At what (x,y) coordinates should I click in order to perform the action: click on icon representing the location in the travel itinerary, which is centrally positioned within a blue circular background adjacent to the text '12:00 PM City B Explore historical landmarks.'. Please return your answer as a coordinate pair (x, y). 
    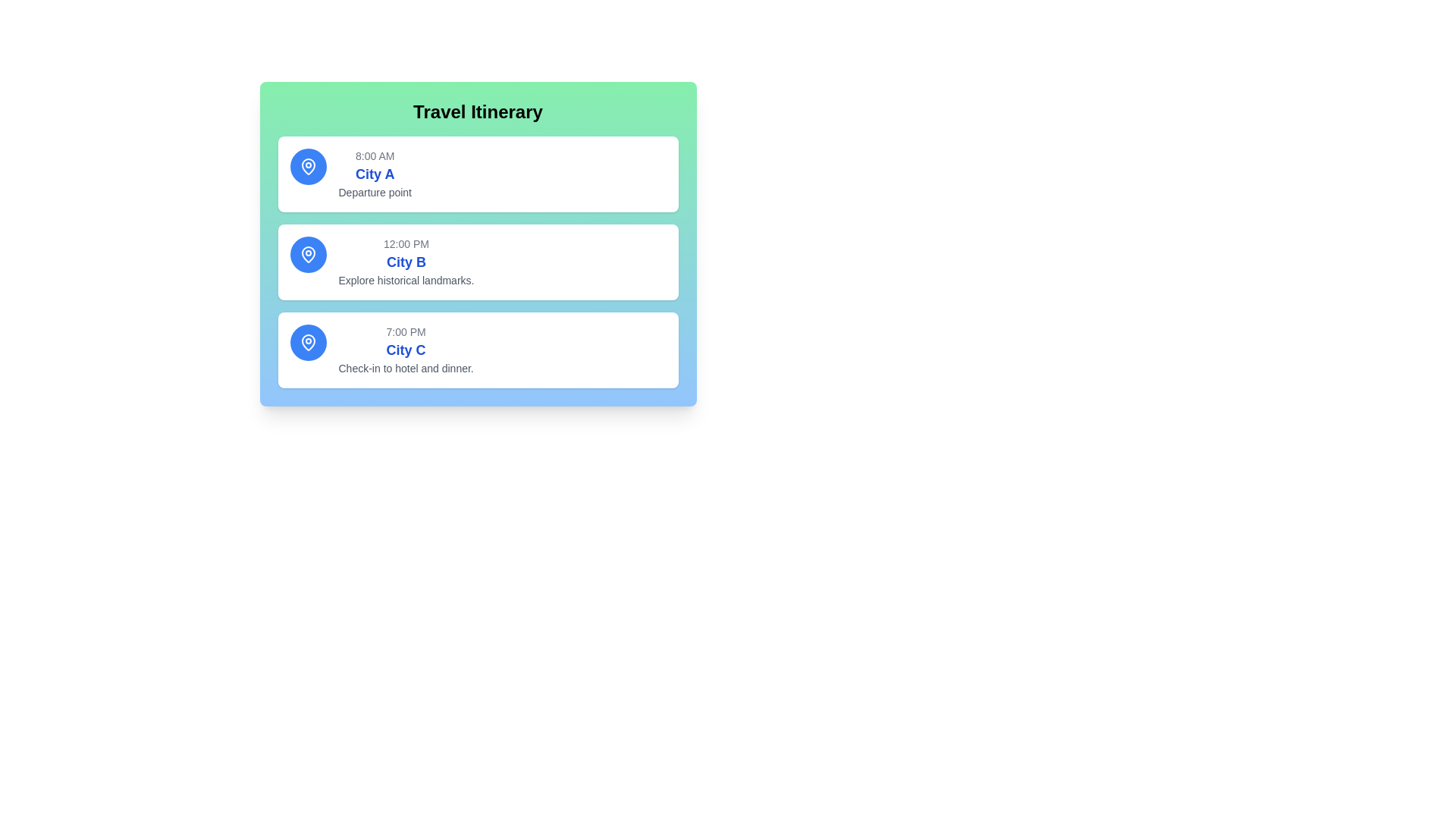
    Looking at the image, I should click on (307, 253).